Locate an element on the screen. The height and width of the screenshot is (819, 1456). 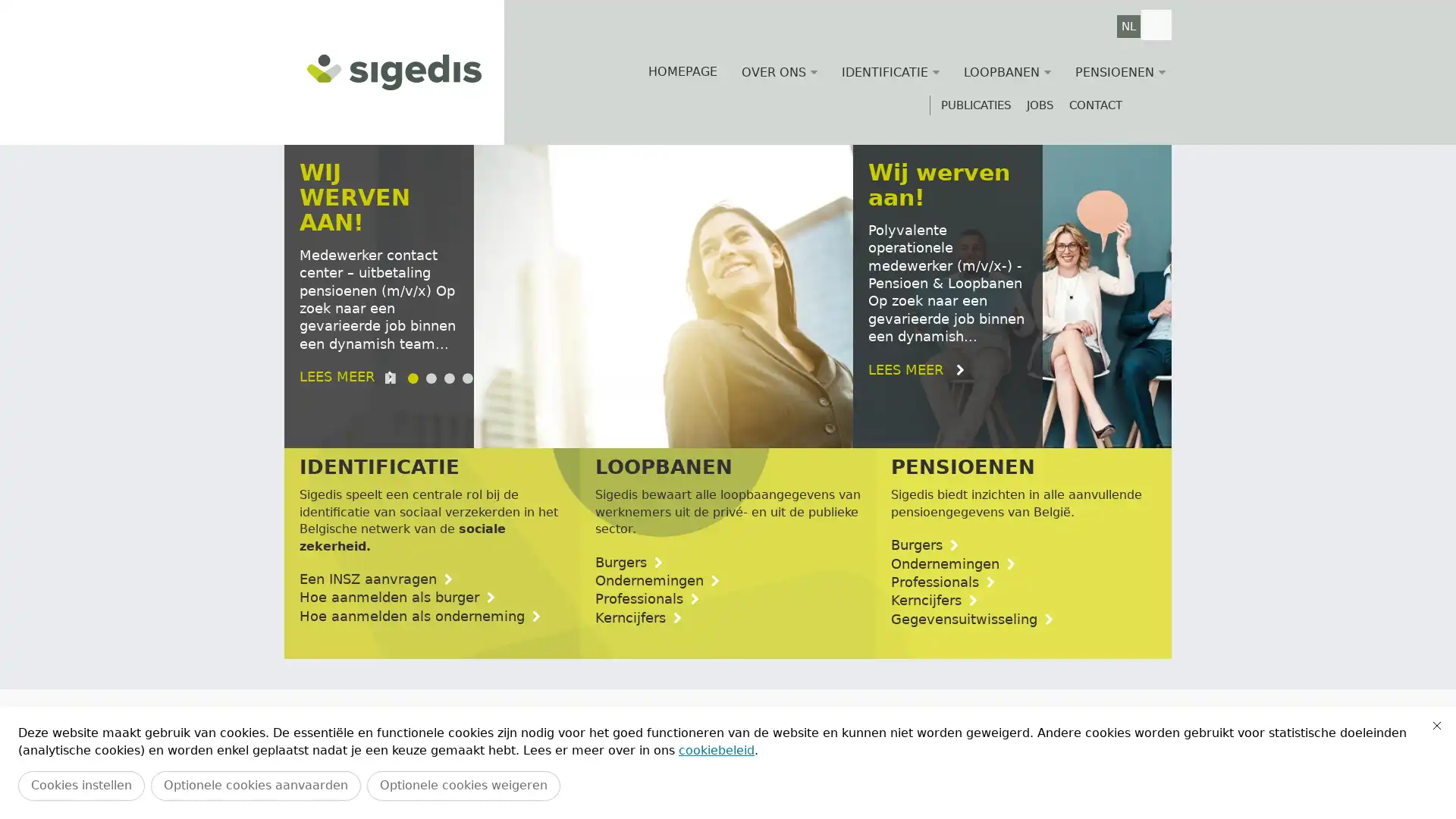
PENSIOENEN is located at coordinates (1120, 72).